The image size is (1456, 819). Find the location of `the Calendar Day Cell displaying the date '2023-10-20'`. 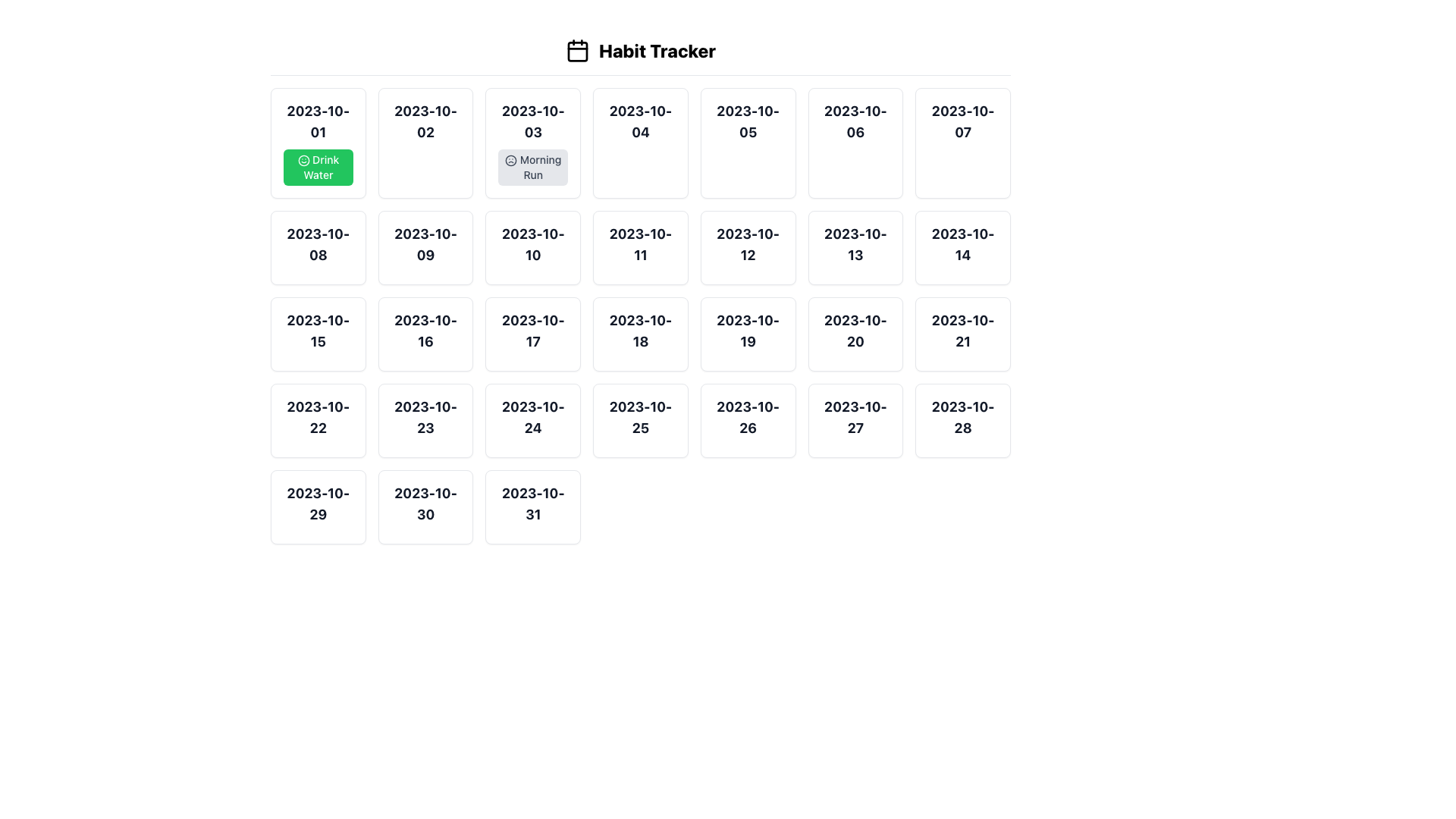

the Calendar Day Cell displaying the date '2023-10-20' is located at coordinates (855, 333).